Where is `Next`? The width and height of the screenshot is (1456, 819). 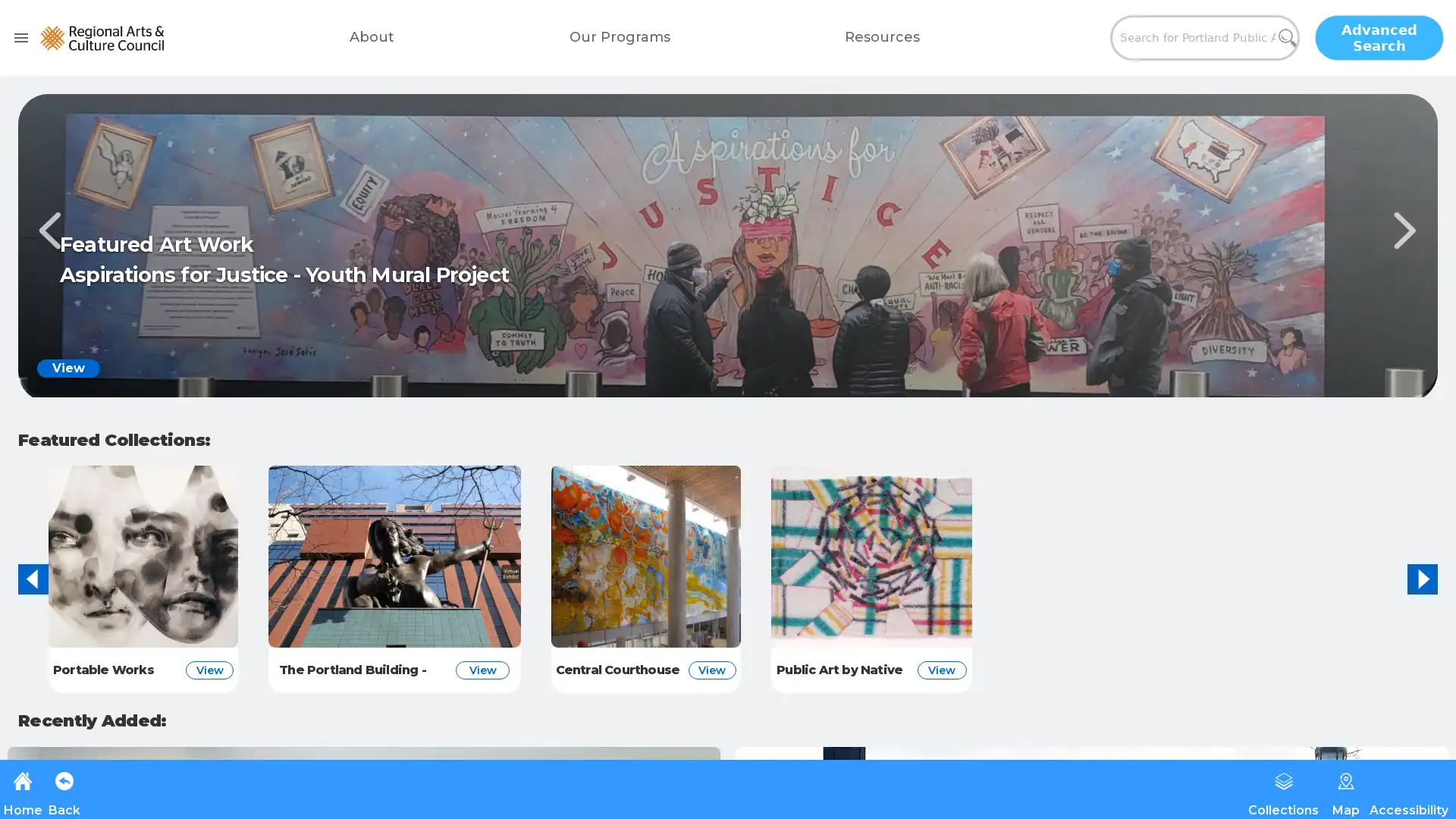 Next is located at coordinates (1404, 231).